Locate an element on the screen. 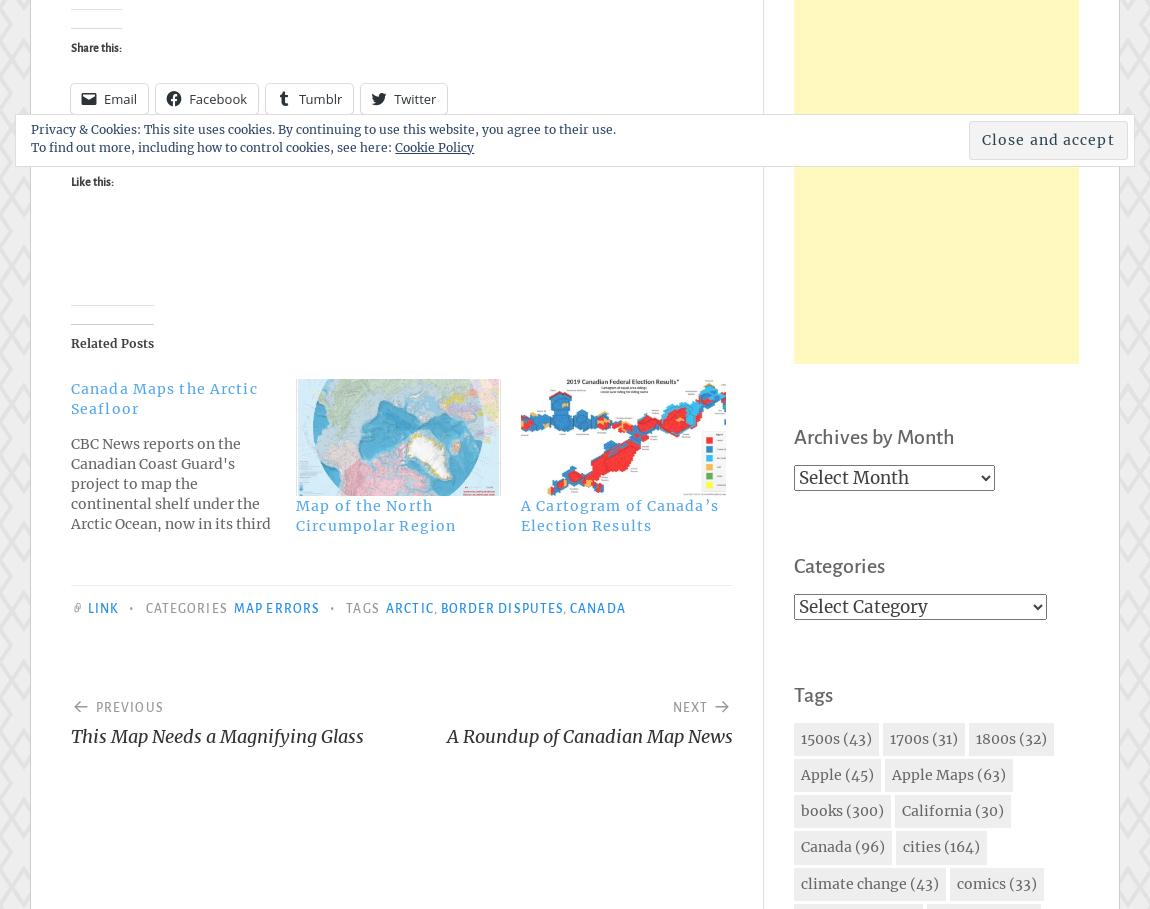 The image size is (1150, 909). '1800s' is located at coordinates (976, 738).